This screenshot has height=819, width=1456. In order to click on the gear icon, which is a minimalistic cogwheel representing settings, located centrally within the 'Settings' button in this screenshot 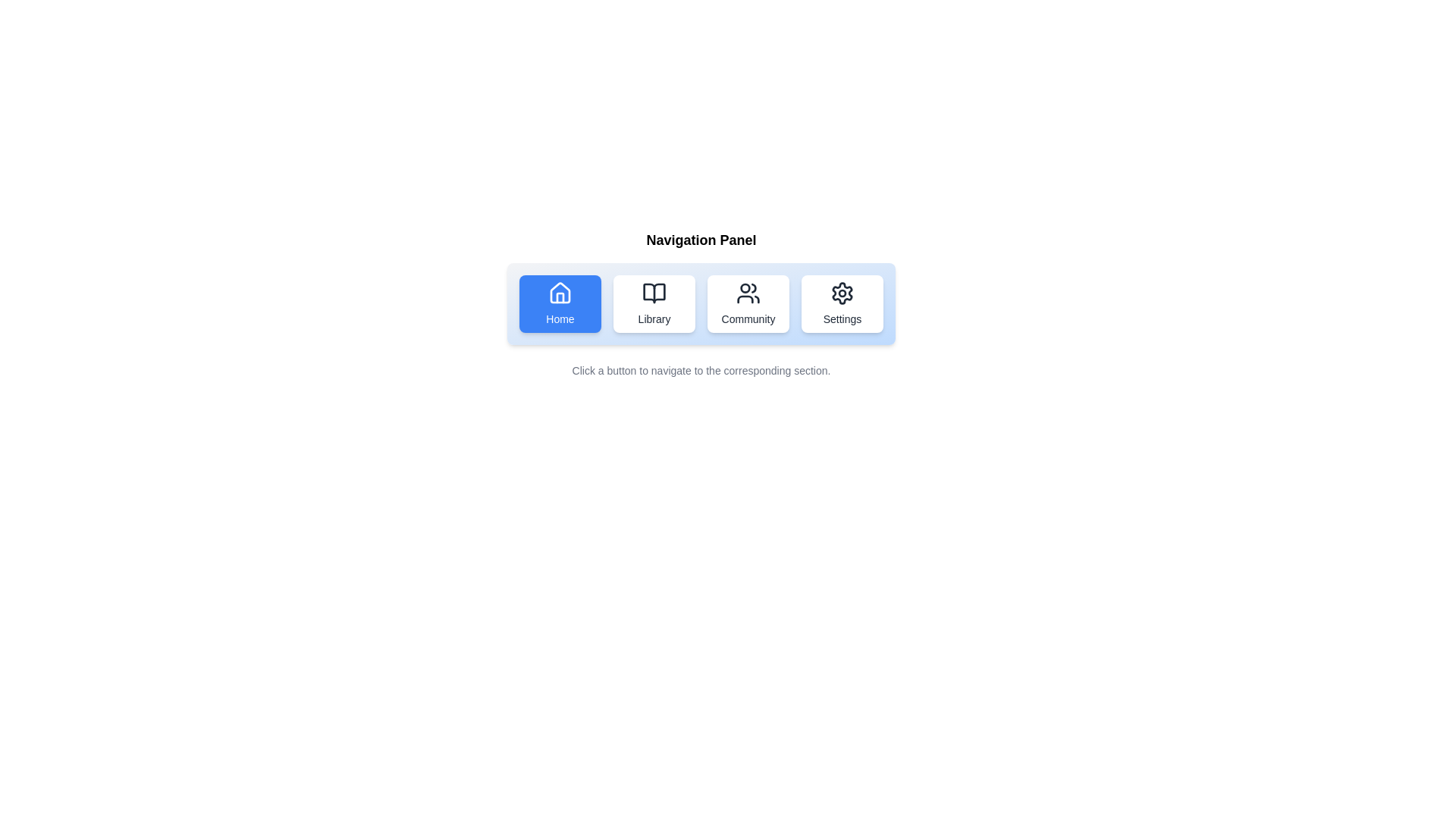, I will do `click(841, 293)`.